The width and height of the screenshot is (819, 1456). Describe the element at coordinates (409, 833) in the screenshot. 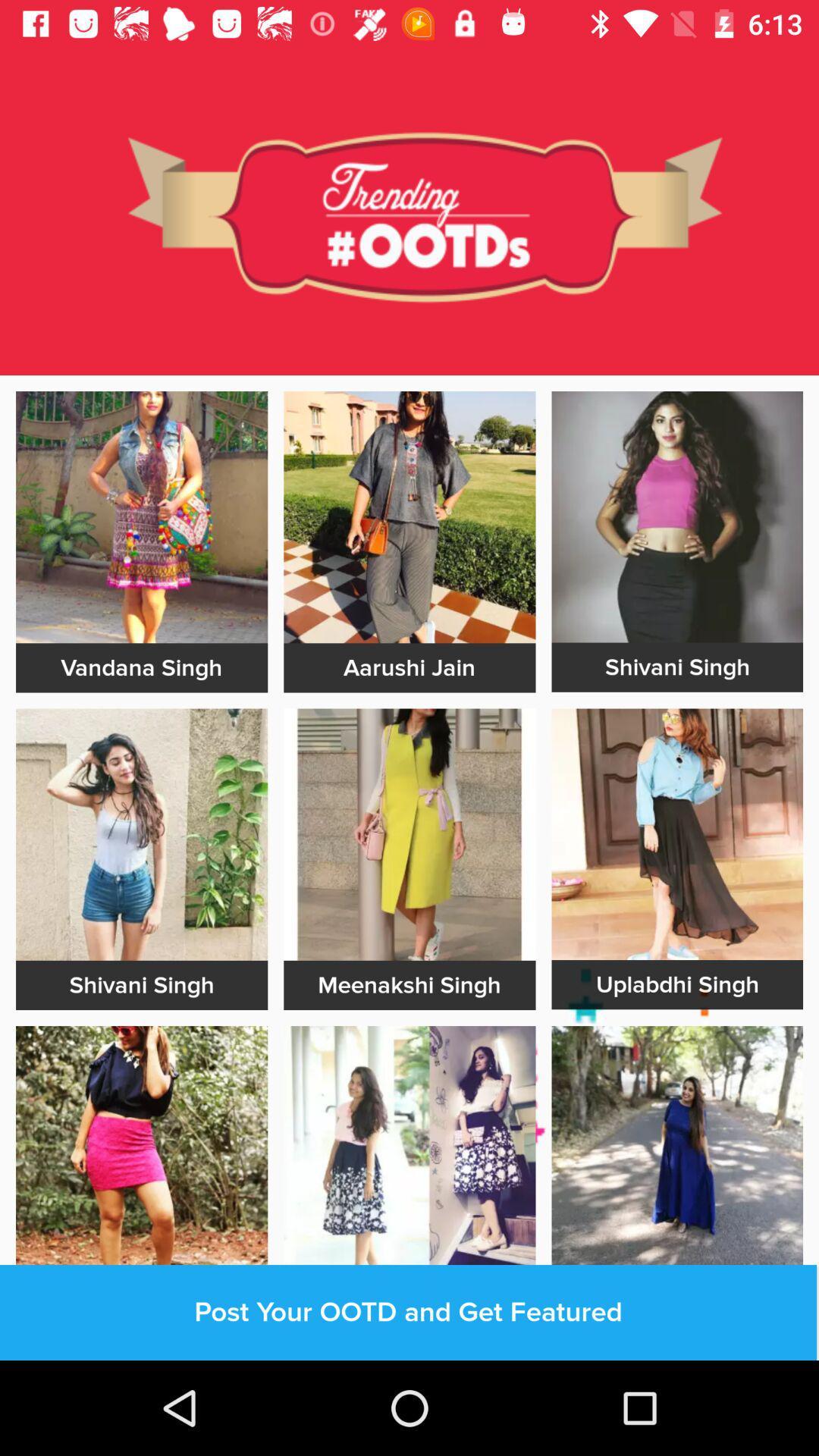

I see `photos editing` at that location.